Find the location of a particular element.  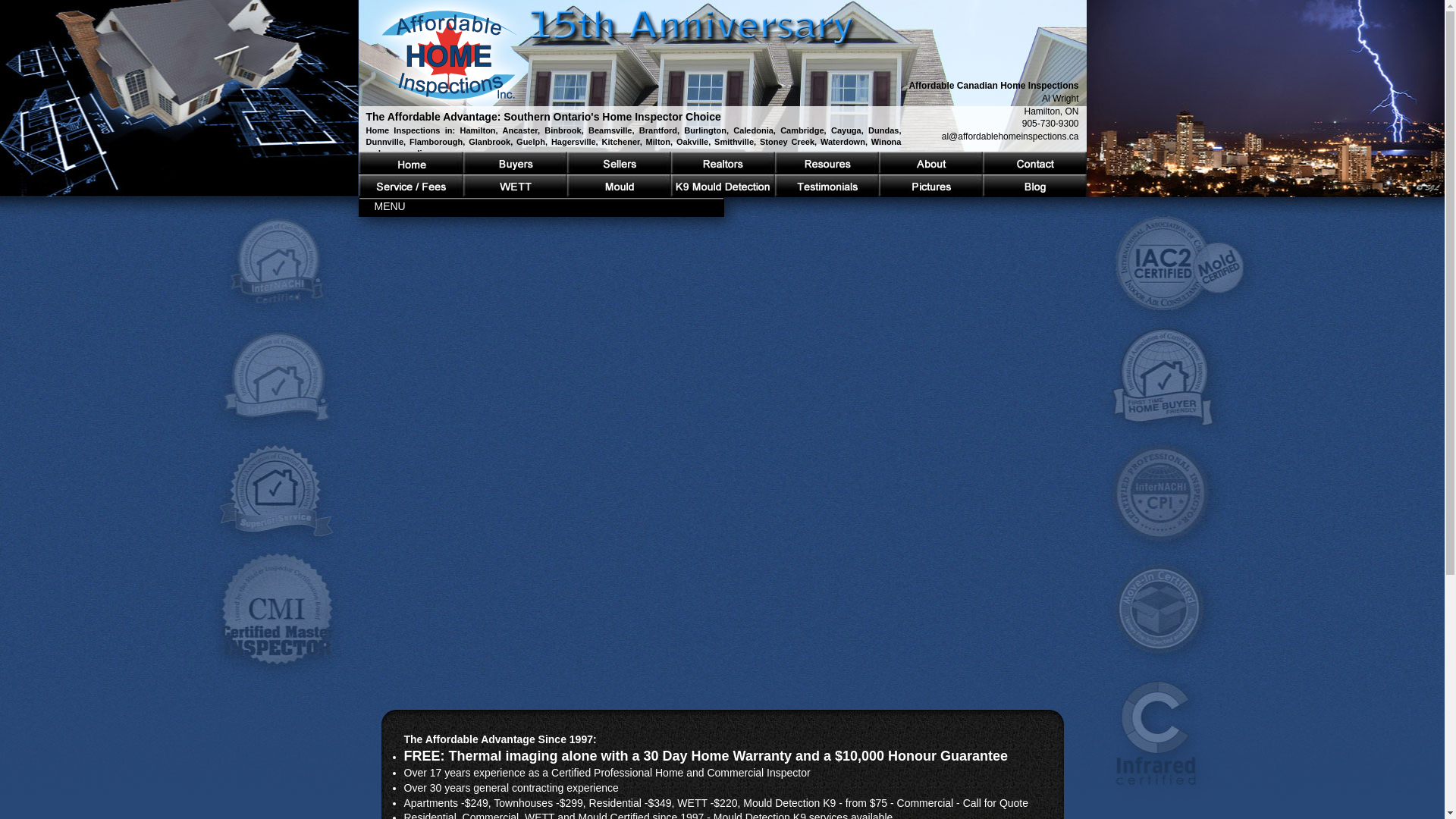

'Return to Affordable Canadian Home Inspections main page' is located at coordinates (446, 55).